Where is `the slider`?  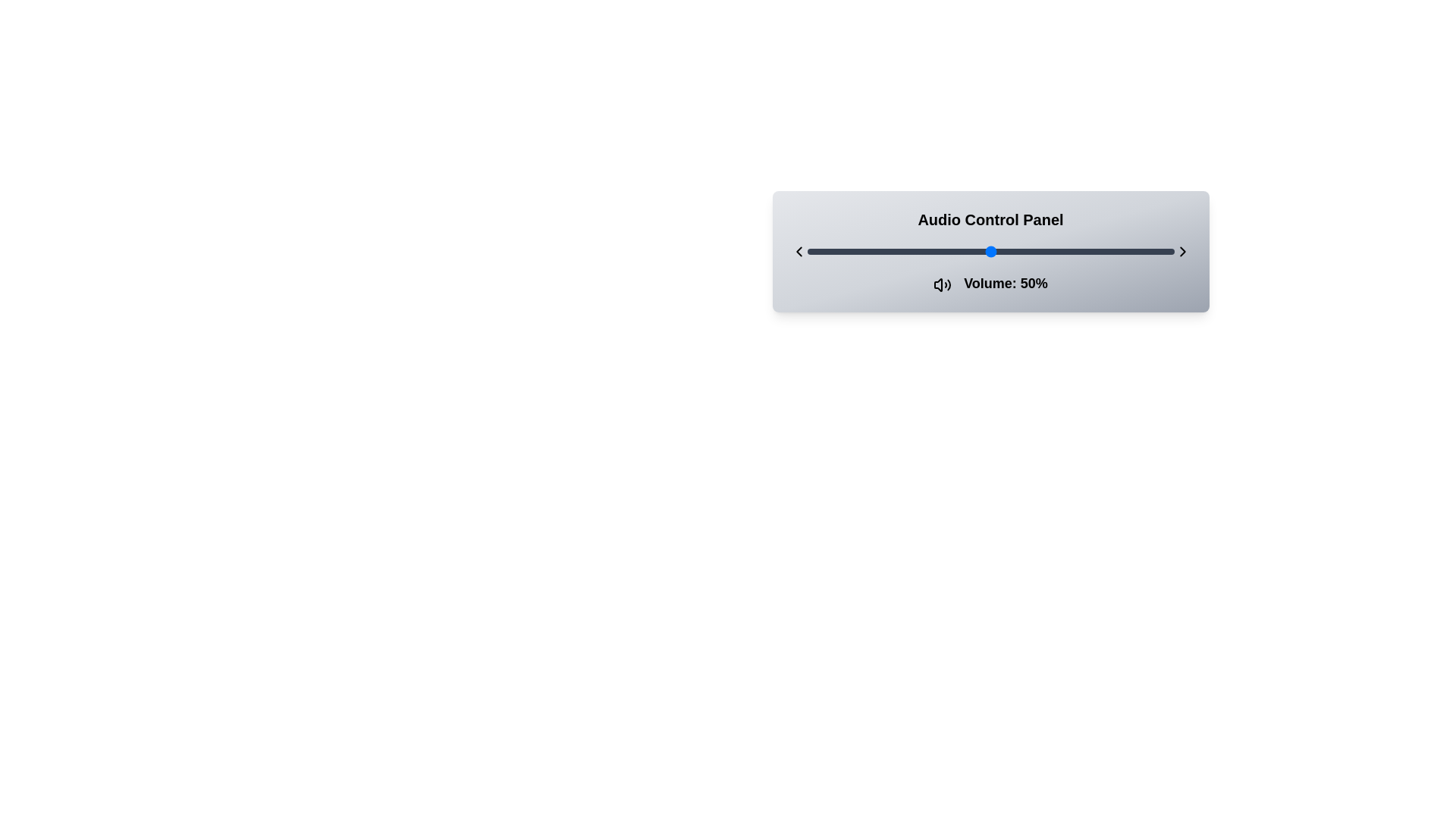
the slider is located at coordinates (1104, 250).